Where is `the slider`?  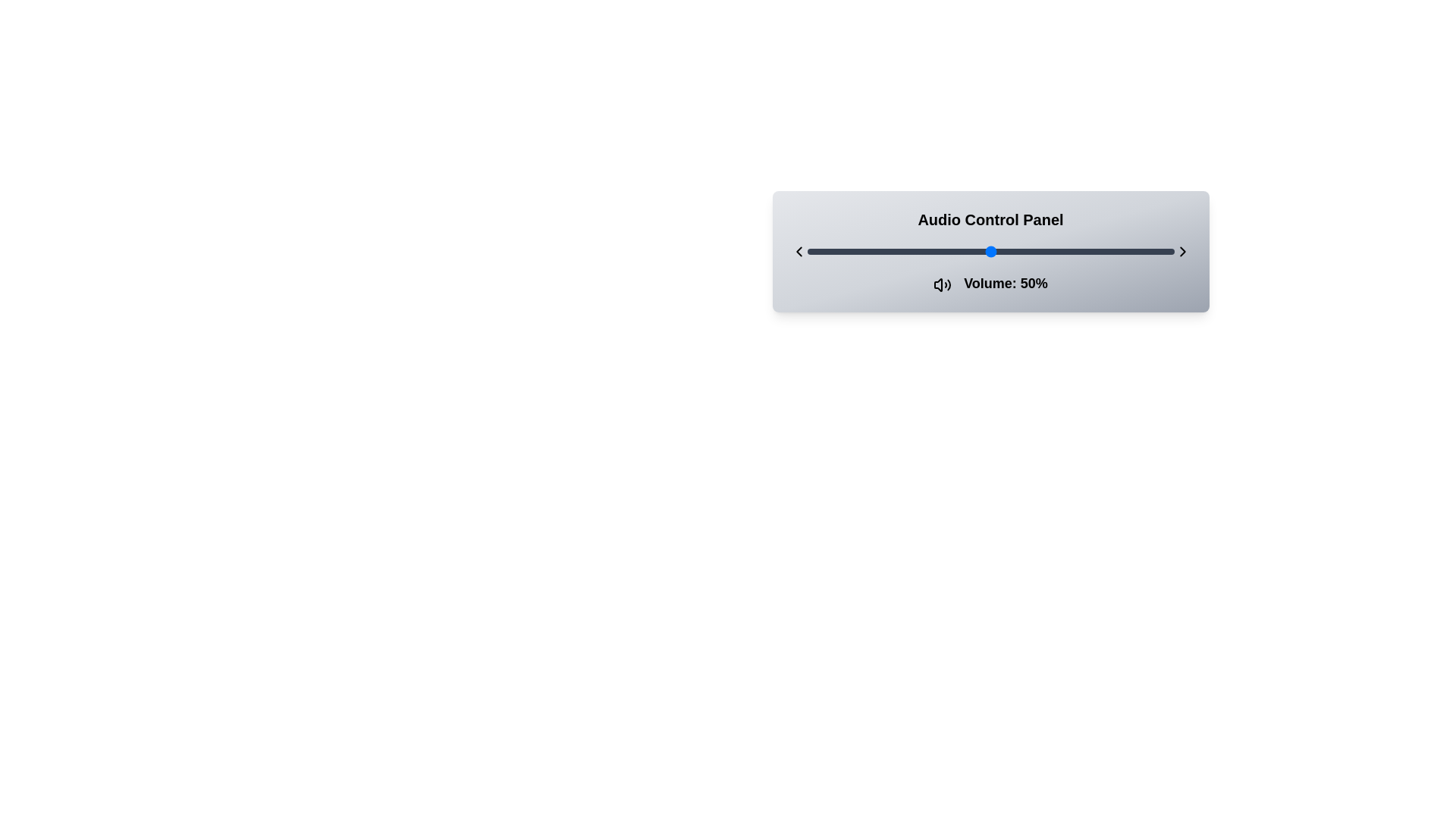
the slider is located at coordinates (1104, 250).